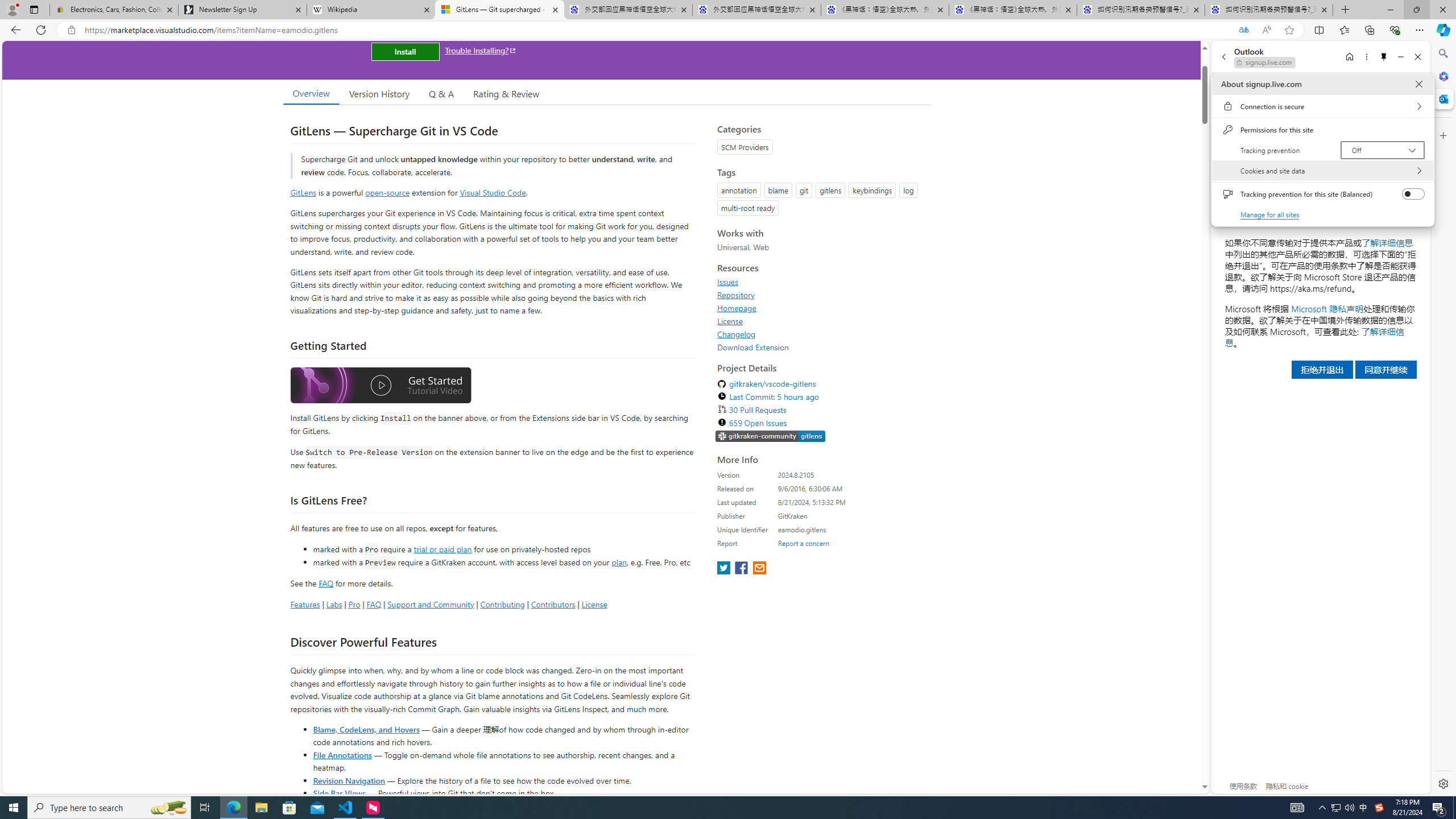  What do you see at coordinates (1342, 806) in the screenshot?
I see `'User Promoted Notification Area'` at bounding box center [1342, 806].